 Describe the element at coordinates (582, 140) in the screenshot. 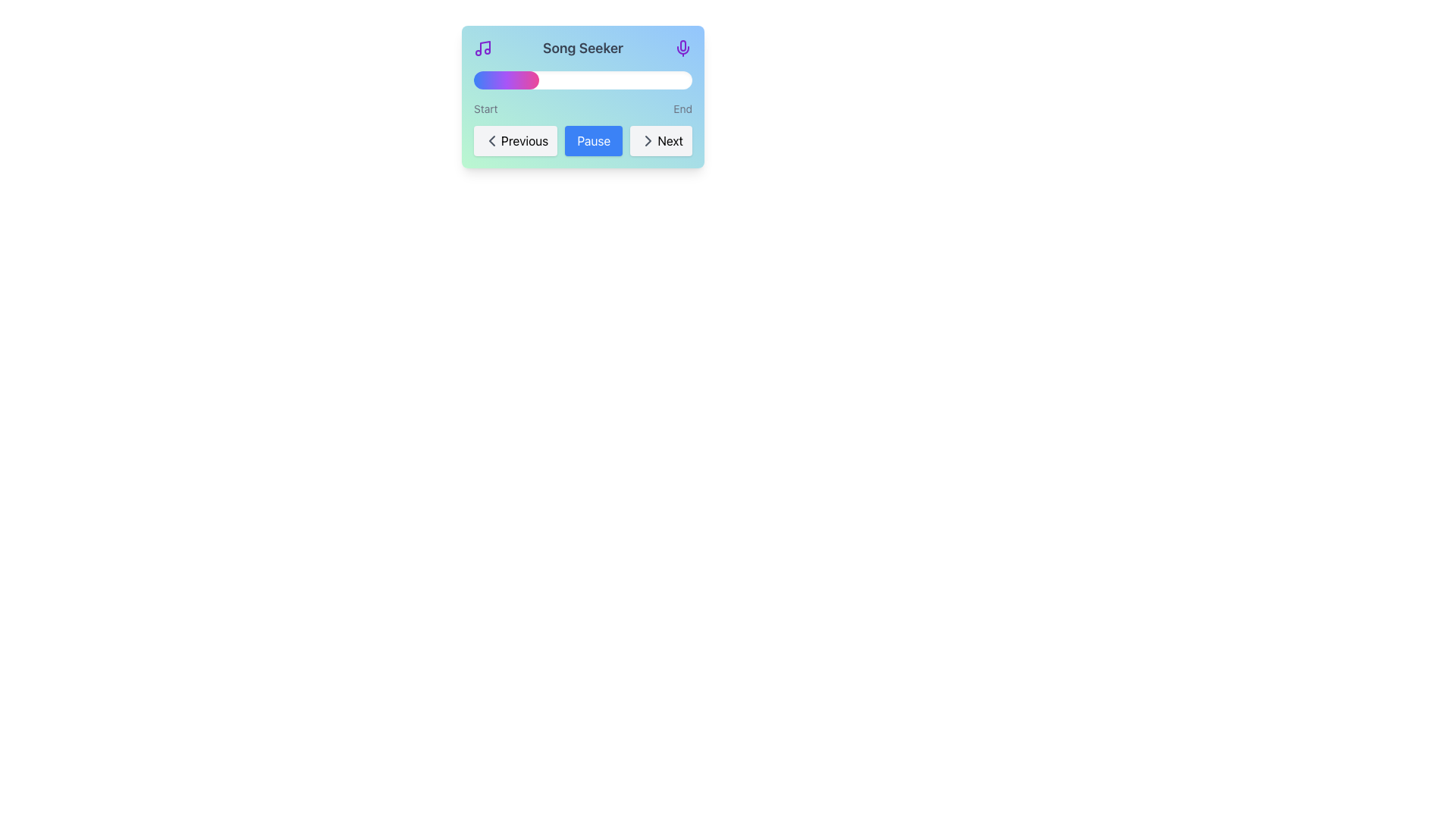

I see `the 'Pause' button, which has rounded corners, a blue background, and white text, located centrally between the 'Previous' and 'Next' buttons` at that location.